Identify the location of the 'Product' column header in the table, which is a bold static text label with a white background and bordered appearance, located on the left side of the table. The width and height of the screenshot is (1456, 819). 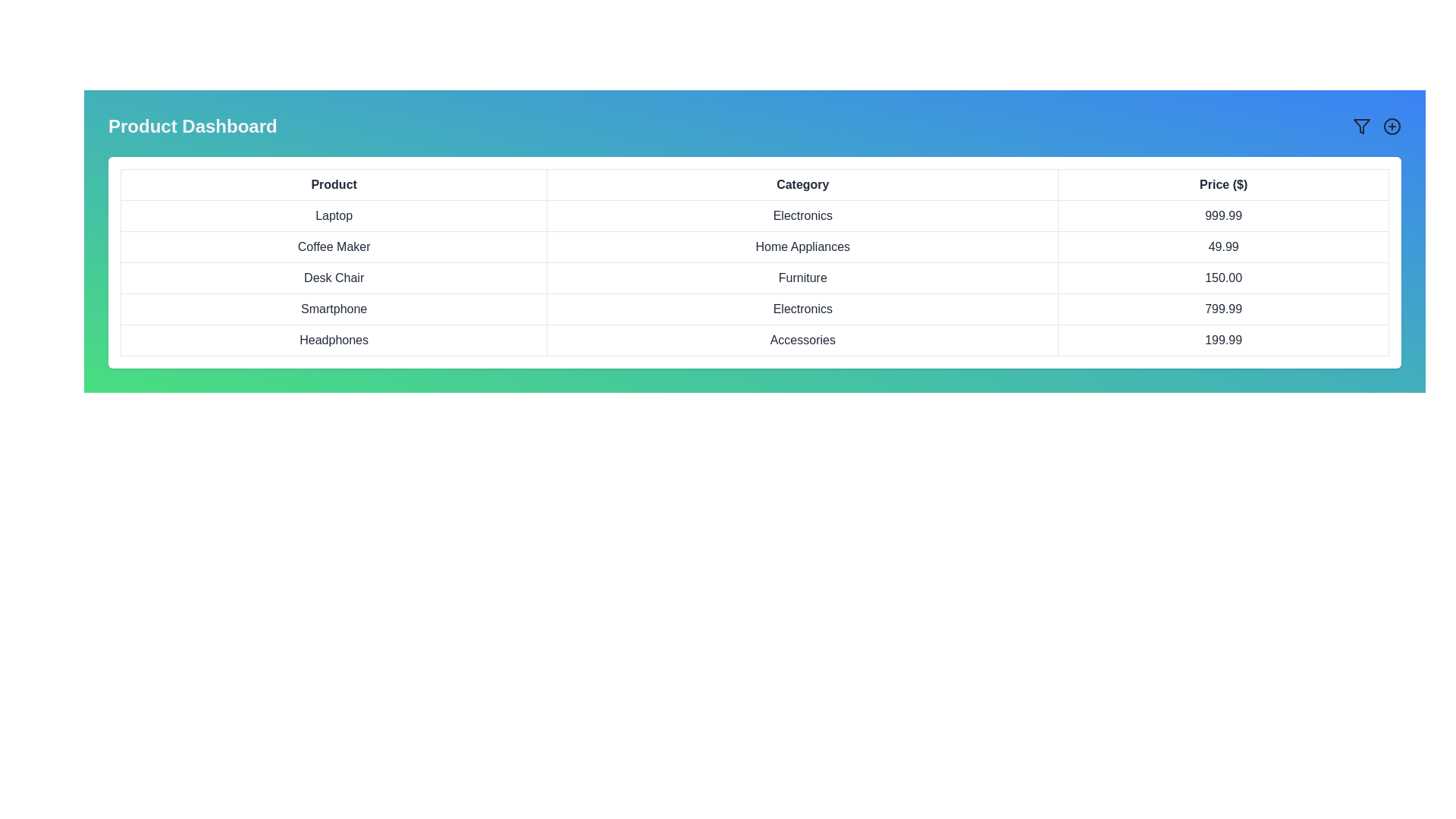
(333, 184).